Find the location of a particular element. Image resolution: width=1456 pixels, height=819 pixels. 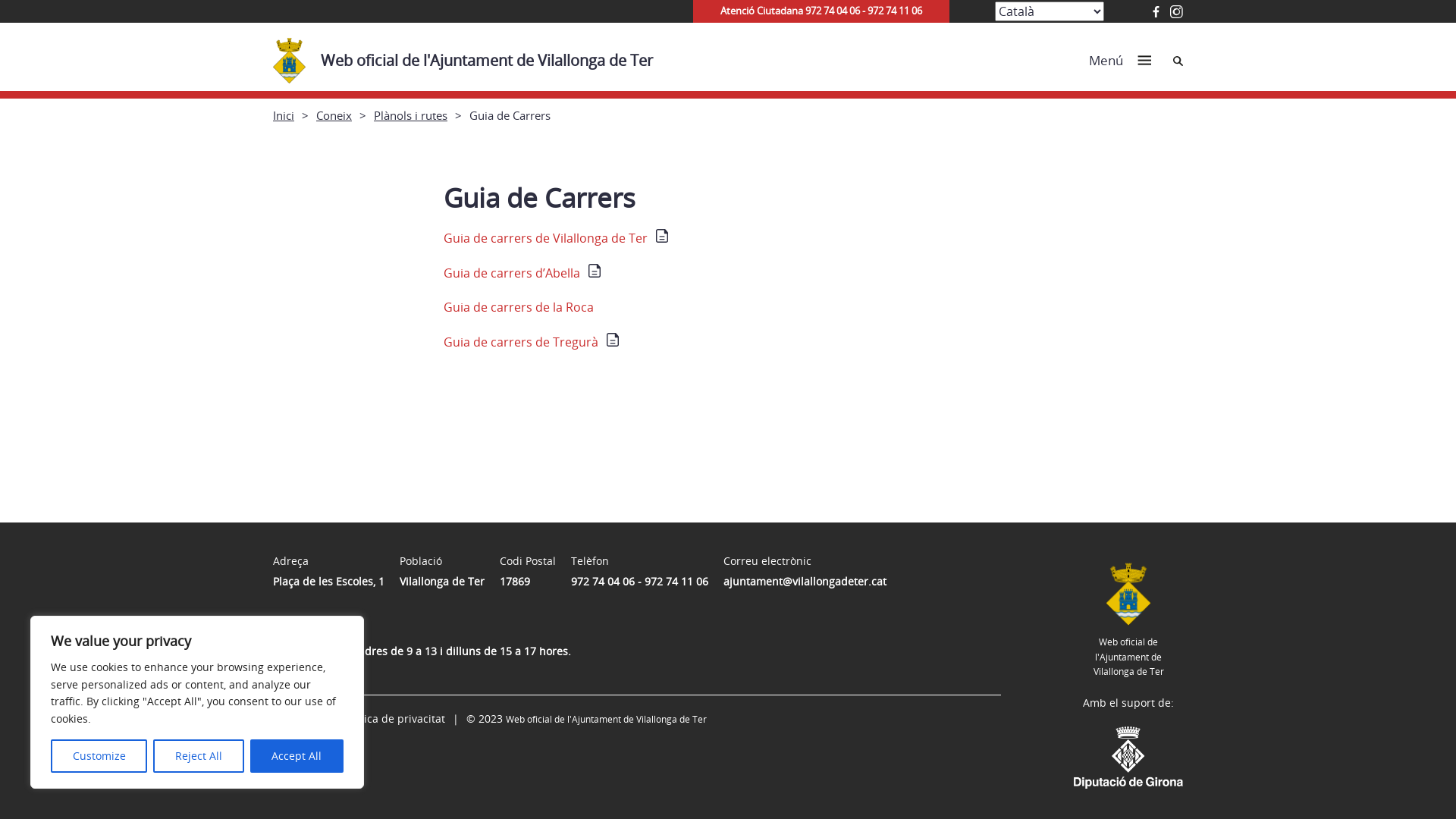

'Coneix' is located at coordinates (333, 114).